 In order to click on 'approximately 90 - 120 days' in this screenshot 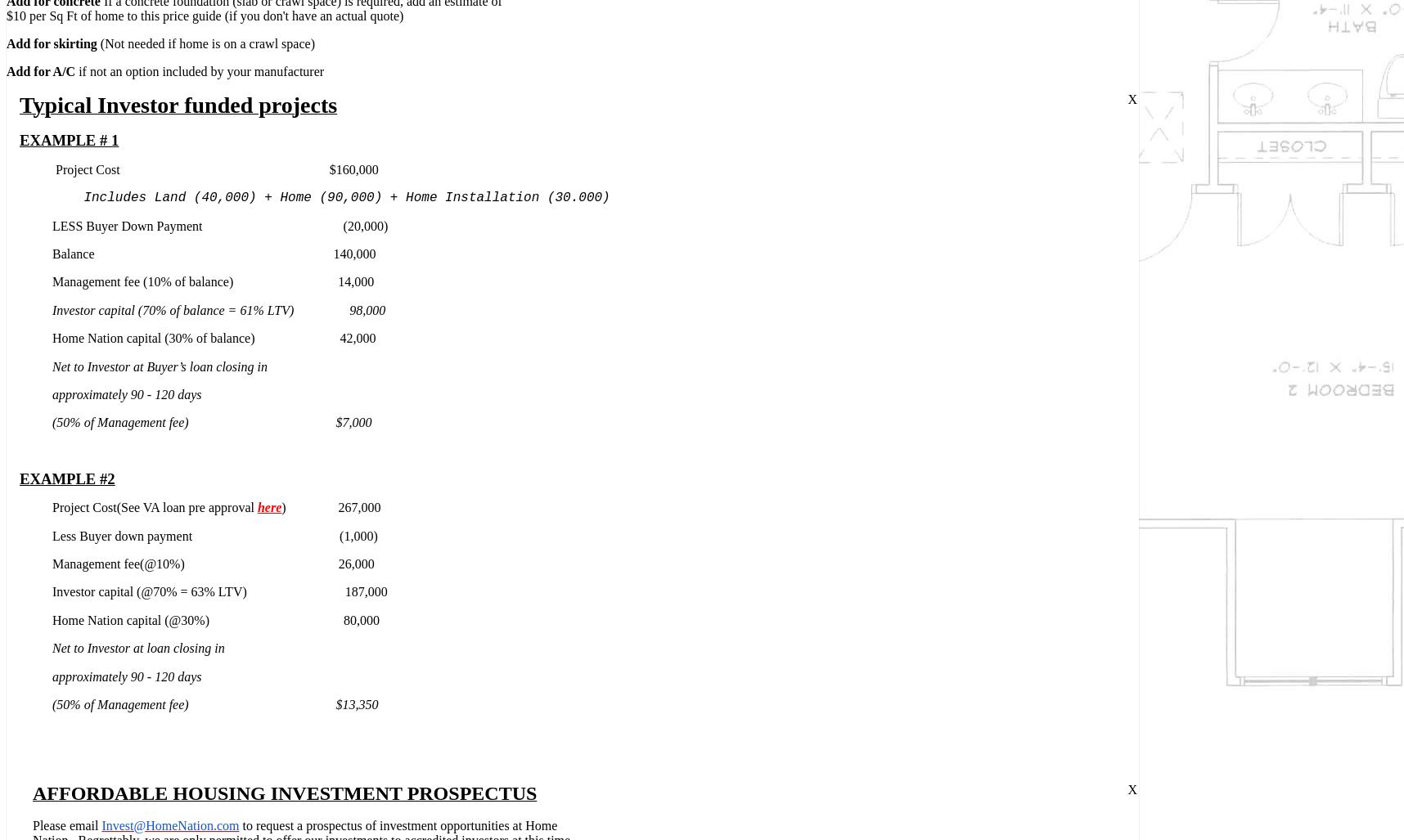, I will do `click(126, 676)`.